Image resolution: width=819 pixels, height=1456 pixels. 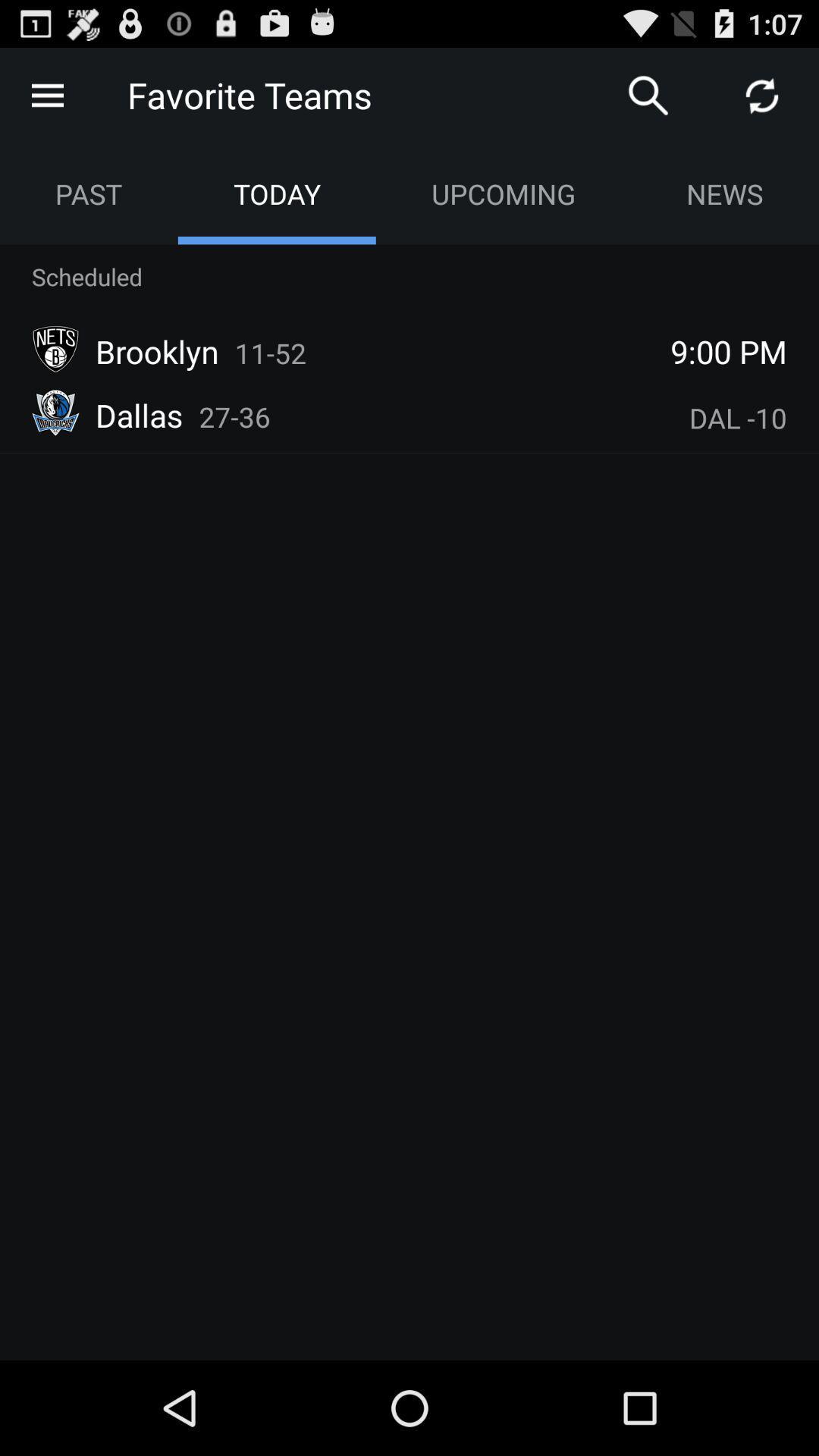 What do you see at coordinates (46, 94) in the screenshot?
I see `the menu` at bounding box center [46, 94].